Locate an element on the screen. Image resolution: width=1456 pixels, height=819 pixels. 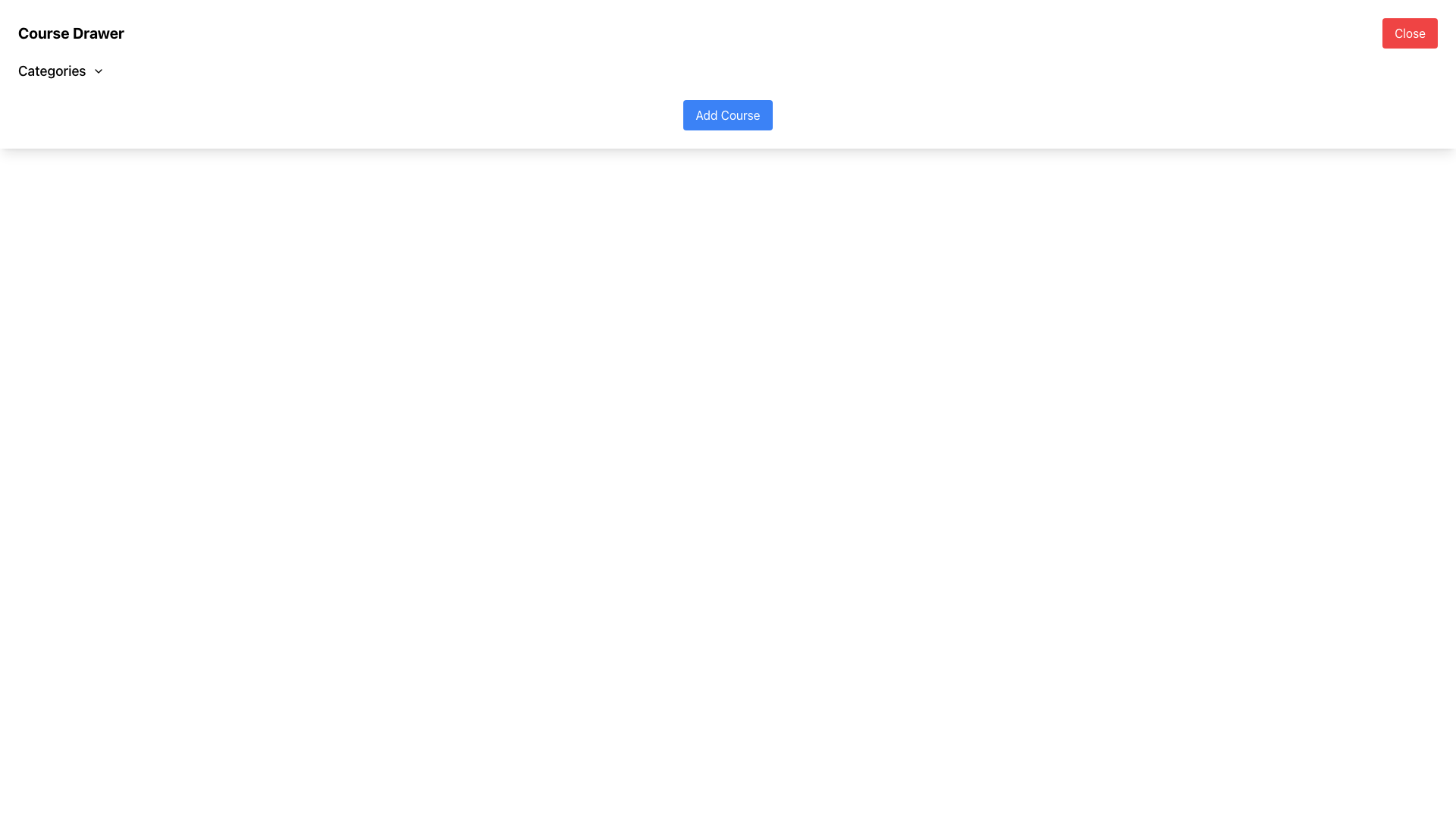
the blue 'Add Course' button with white text, located below the 'Categories' section is located at coordinates (728, 114).